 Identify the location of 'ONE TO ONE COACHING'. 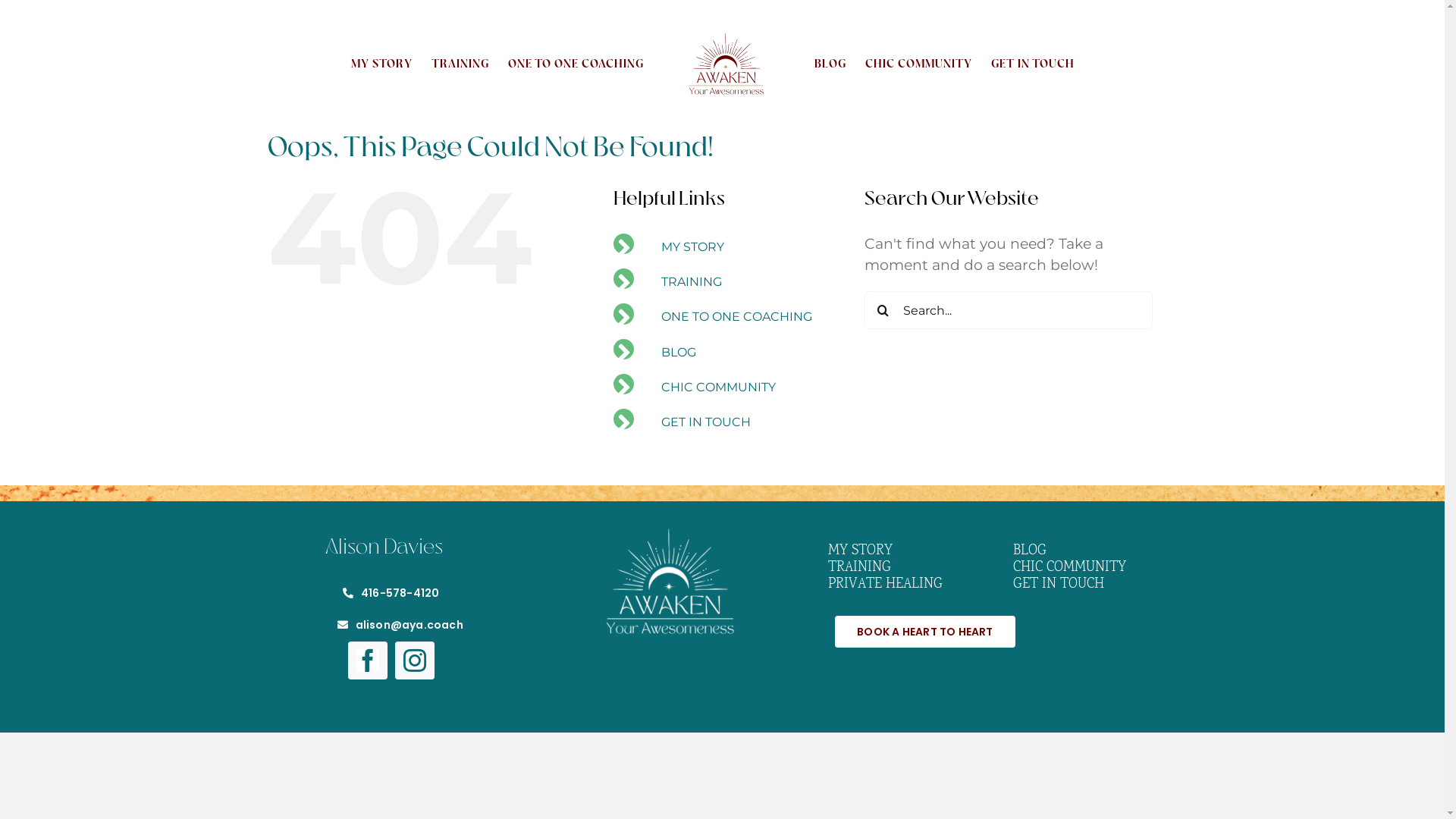
(736, 315).